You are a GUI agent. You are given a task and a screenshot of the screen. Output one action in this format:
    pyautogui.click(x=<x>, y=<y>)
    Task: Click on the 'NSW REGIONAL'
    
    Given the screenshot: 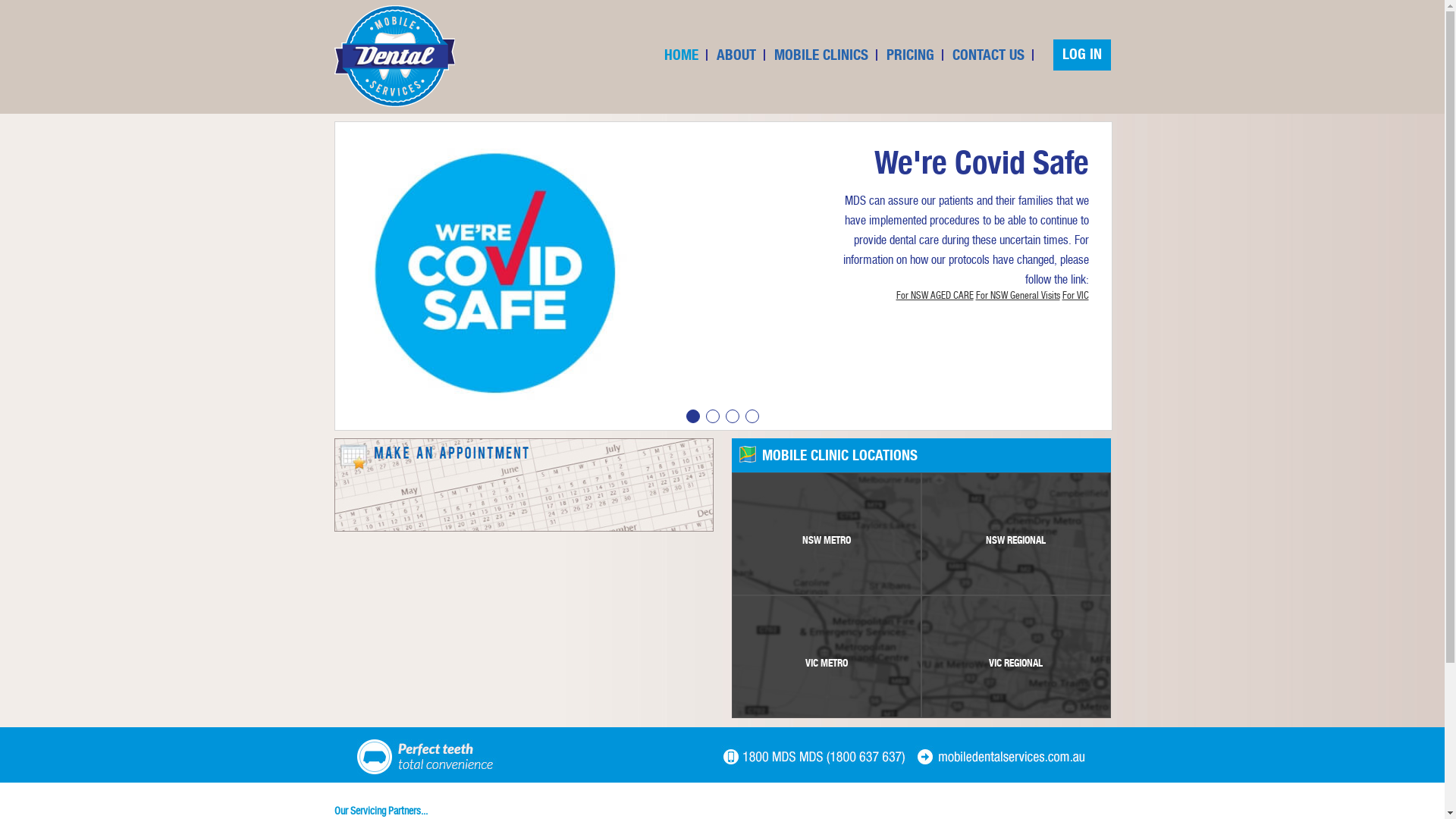 What is the action you would take?
    pyautogui.click(x=1015, y=533)
    